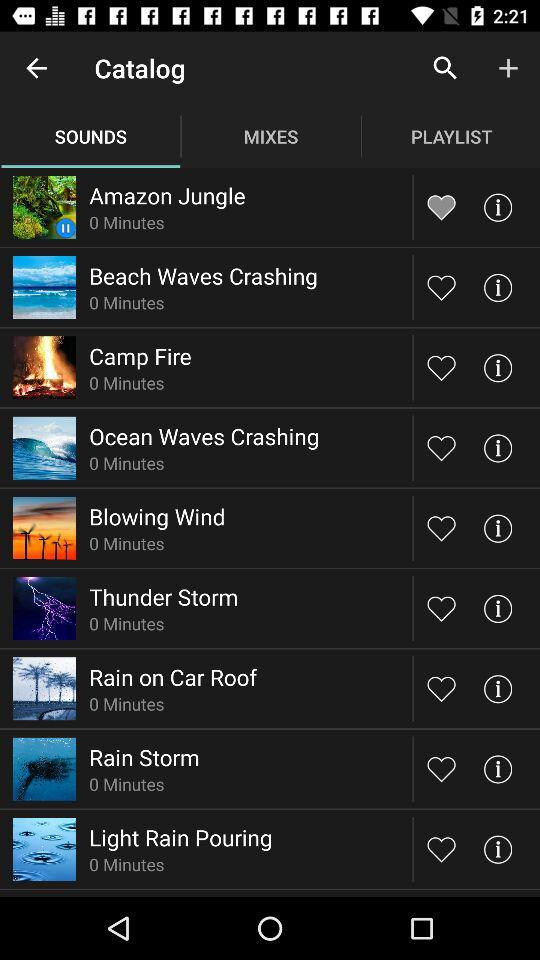 The image size is (540, 960). I want to click on app to the left of catalog item, so click(36, 68).